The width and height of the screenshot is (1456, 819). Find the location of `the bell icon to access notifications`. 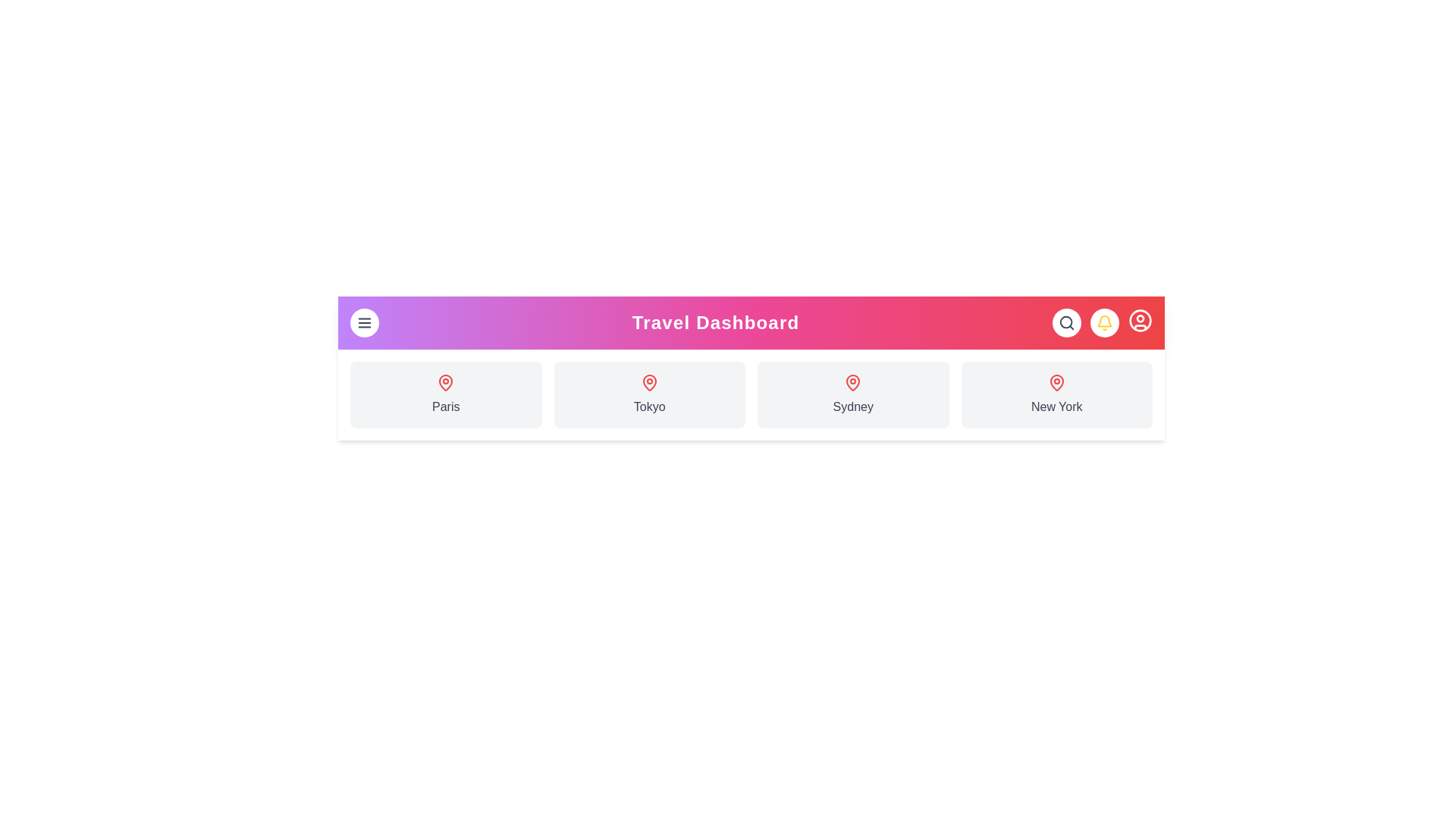

the bell icon to access notifications is located at coordinates (1105, 322).